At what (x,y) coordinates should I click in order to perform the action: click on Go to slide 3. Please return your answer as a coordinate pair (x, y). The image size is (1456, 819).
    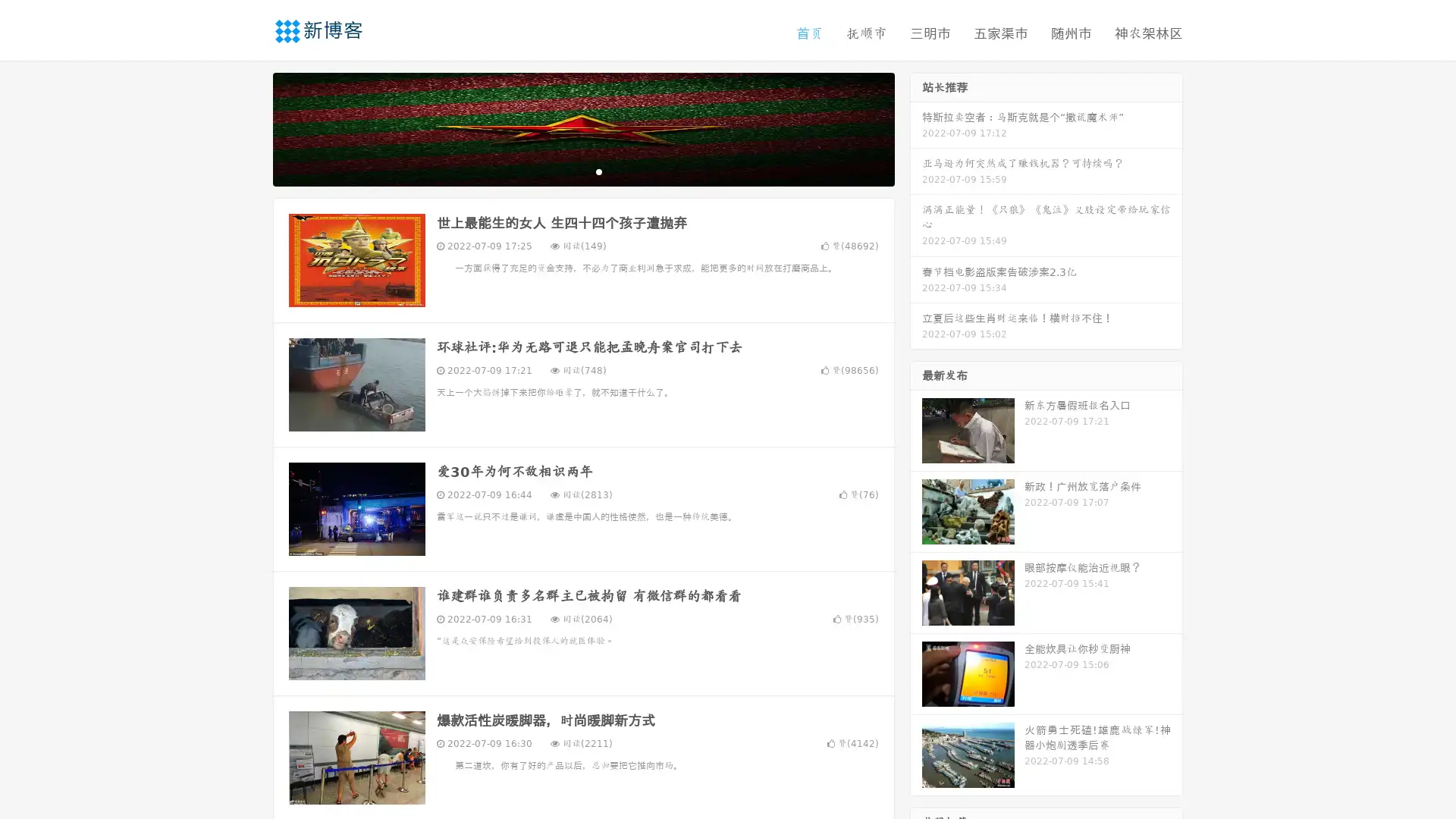
    Looking at the image, I should click on (598, 171).